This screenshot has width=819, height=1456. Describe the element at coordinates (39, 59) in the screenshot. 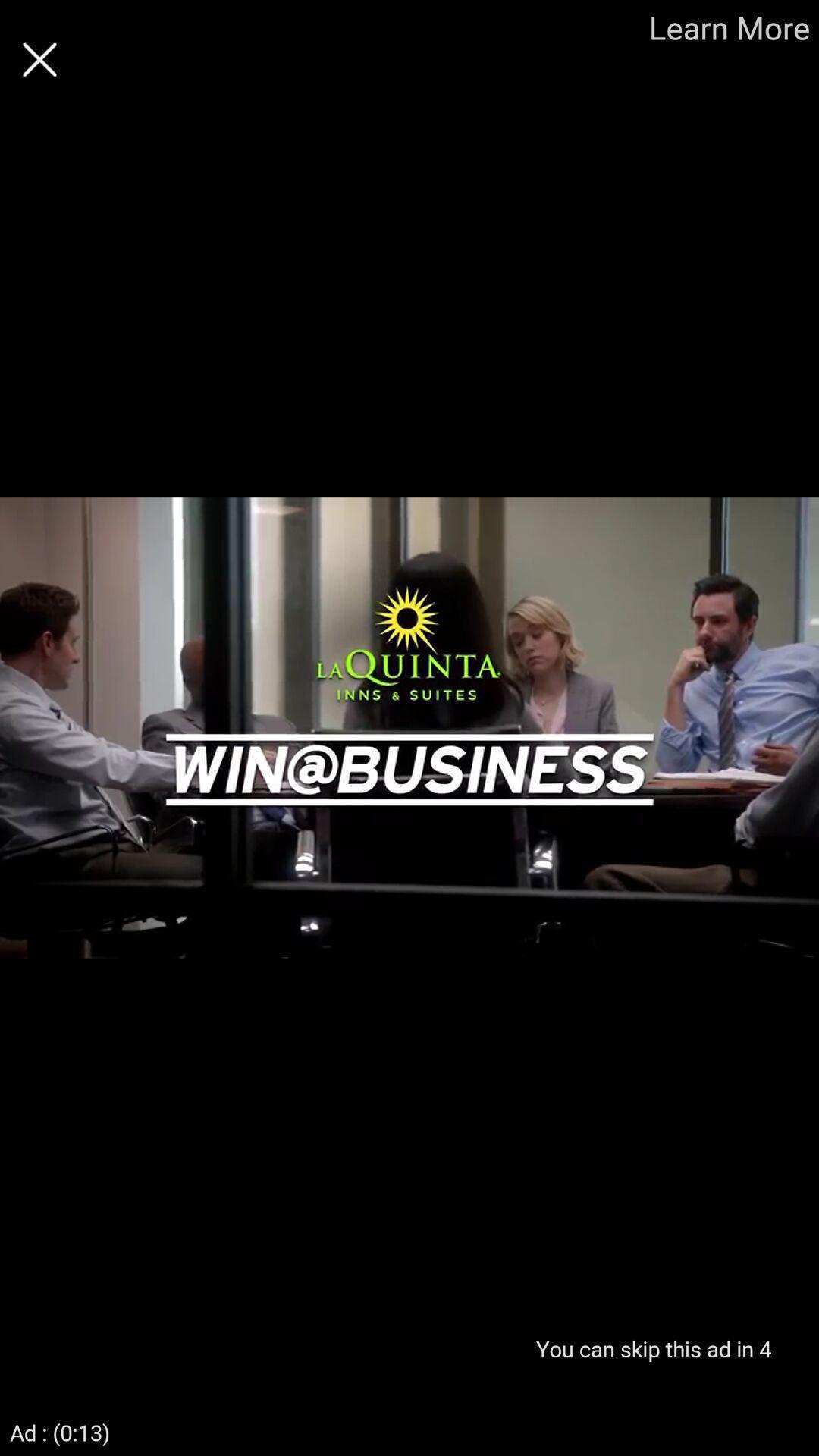

I see `close` at that location.